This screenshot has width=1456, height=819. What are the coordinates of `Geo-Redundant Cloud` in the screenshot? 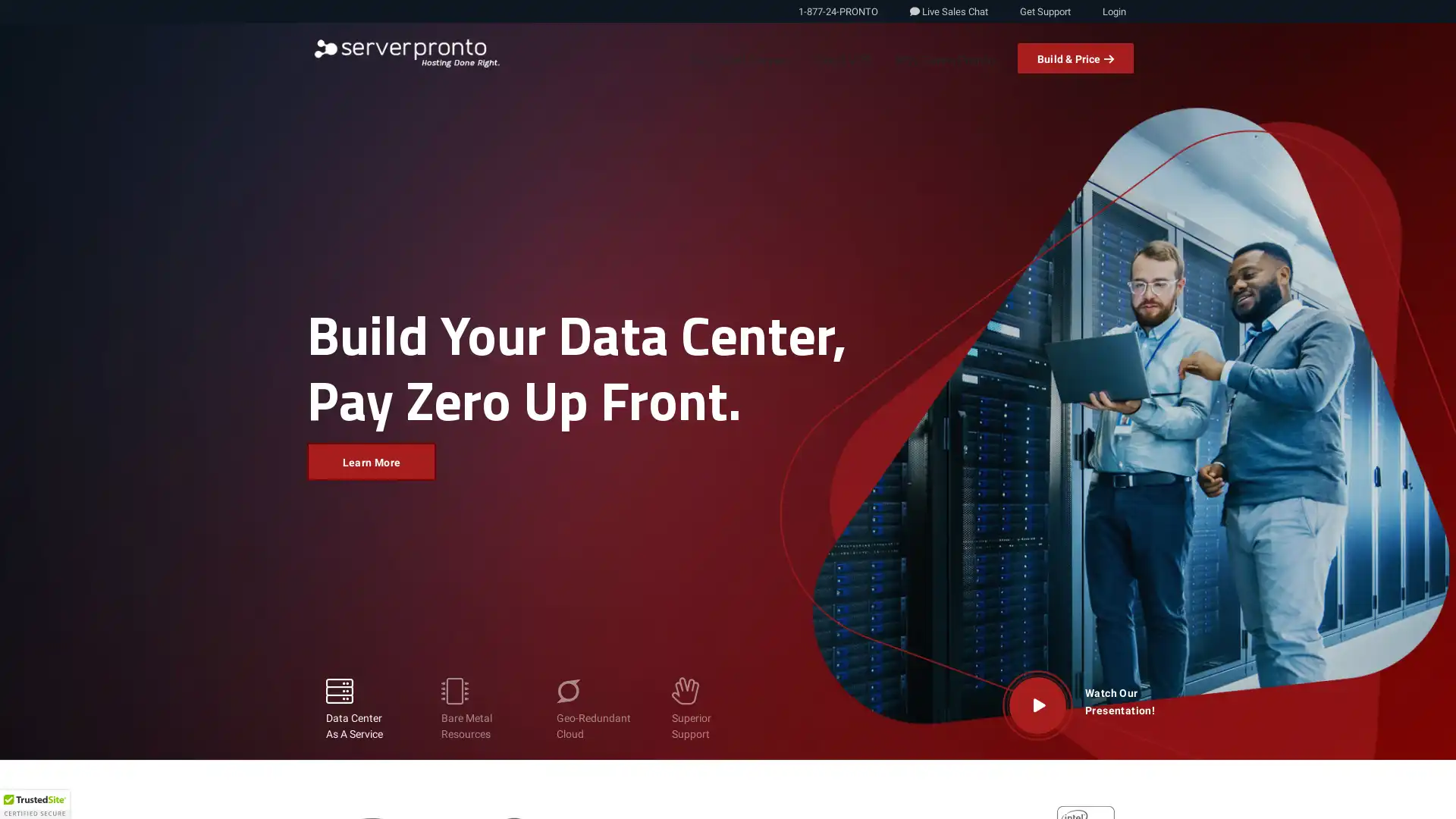 It's located at (593, 710).